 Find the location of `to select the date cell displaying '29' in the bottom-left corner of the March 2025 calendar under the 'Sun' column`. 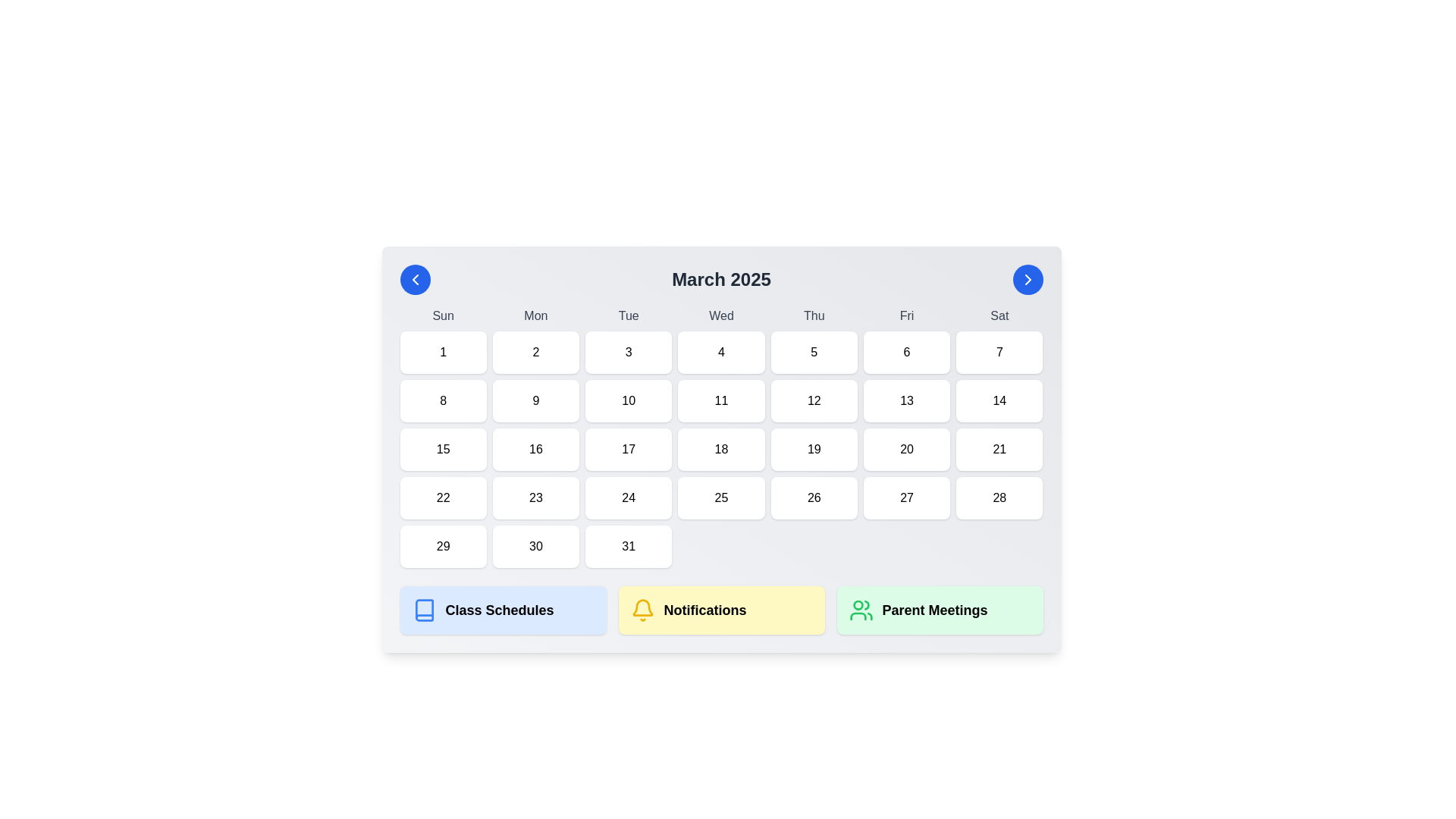

to select the date cell displaying '29' in the bottom-left corner of the March 2025 calendar under the 'Sun' column is located at coordinates (442, 547).